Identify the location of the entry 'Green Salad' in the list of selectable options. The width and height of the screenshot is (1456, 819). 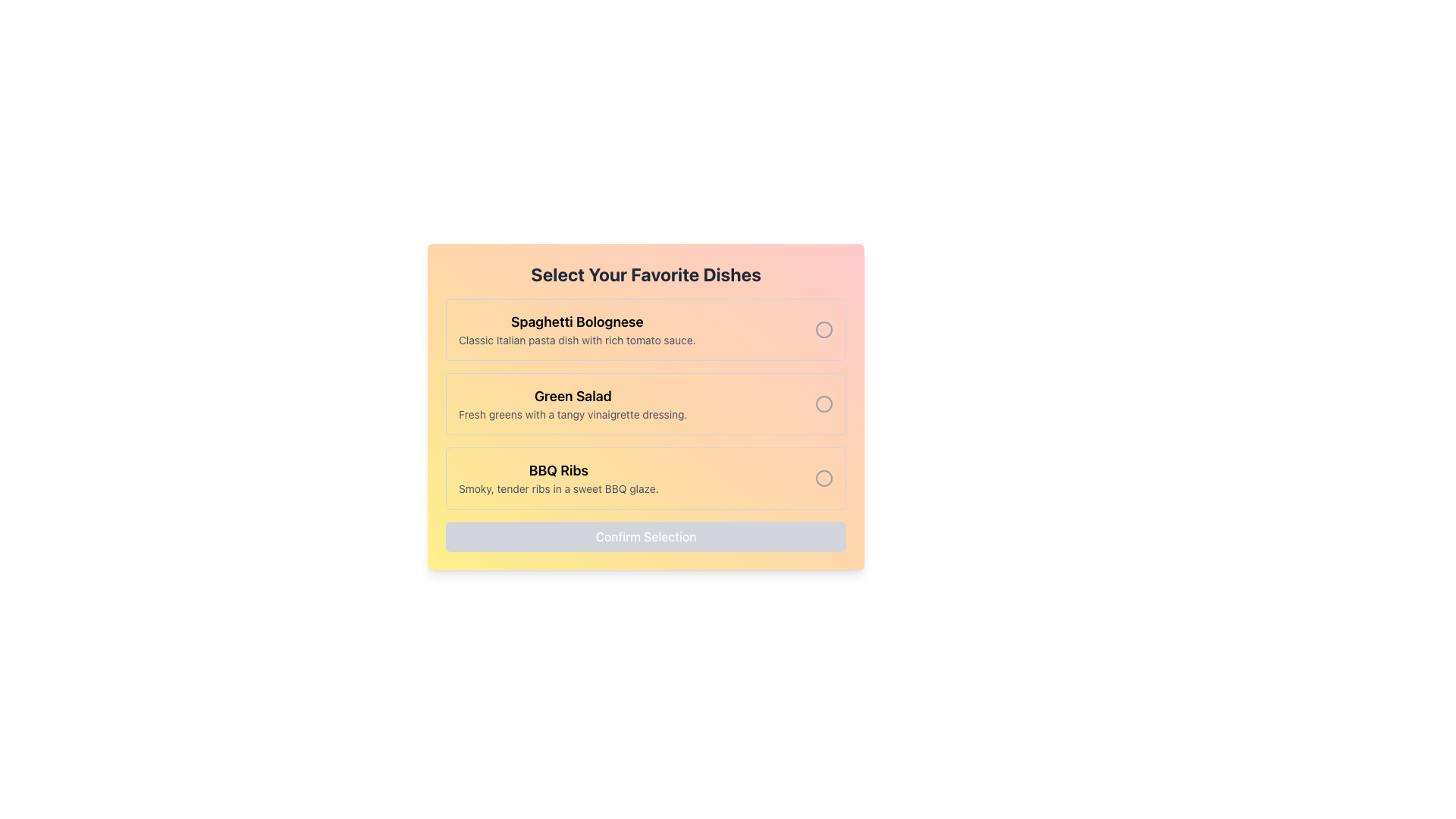
(645, 403).